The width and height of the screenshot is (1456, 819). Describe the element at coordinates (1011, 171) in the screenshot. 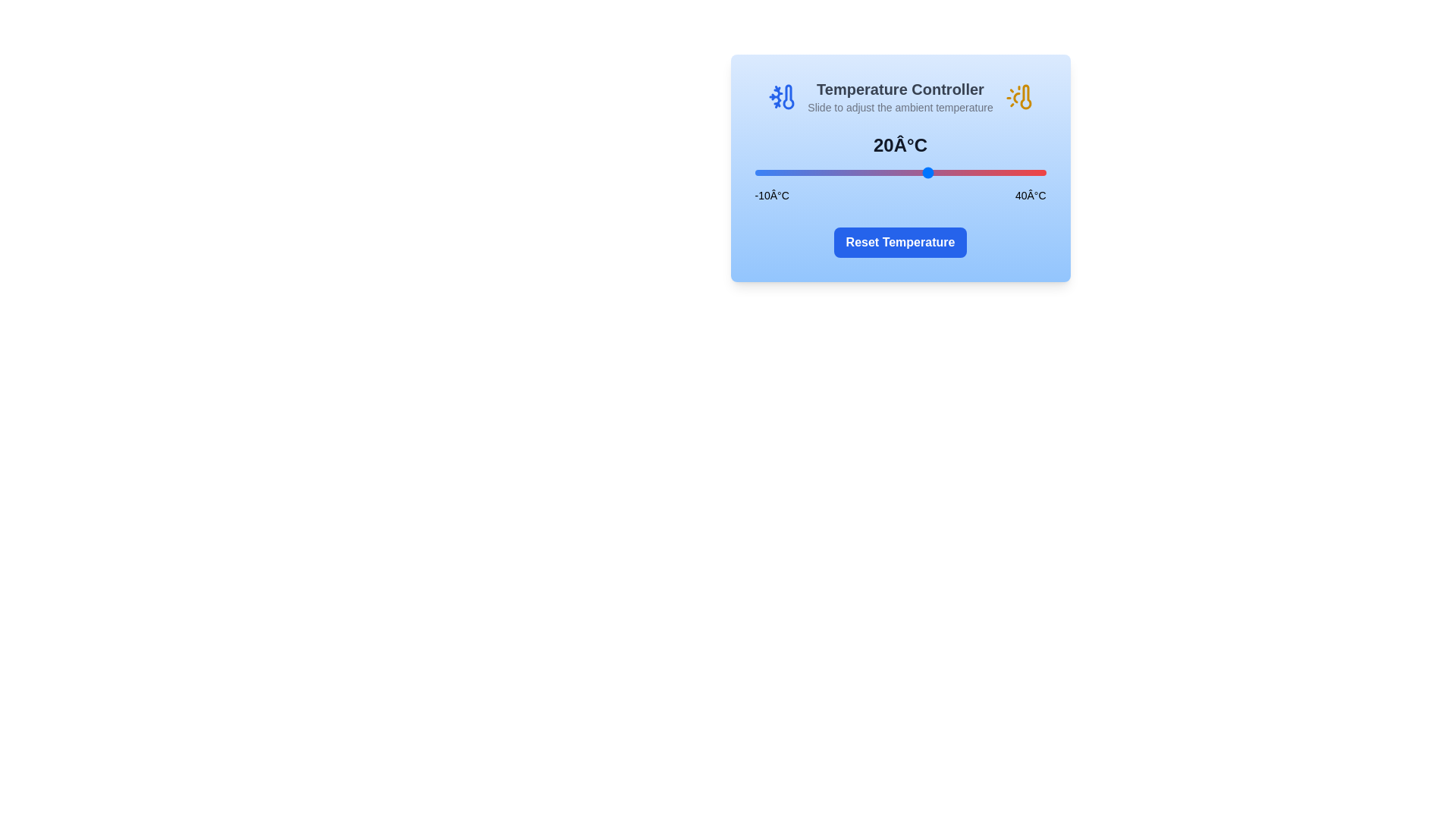

I see `the temperature` at that location.